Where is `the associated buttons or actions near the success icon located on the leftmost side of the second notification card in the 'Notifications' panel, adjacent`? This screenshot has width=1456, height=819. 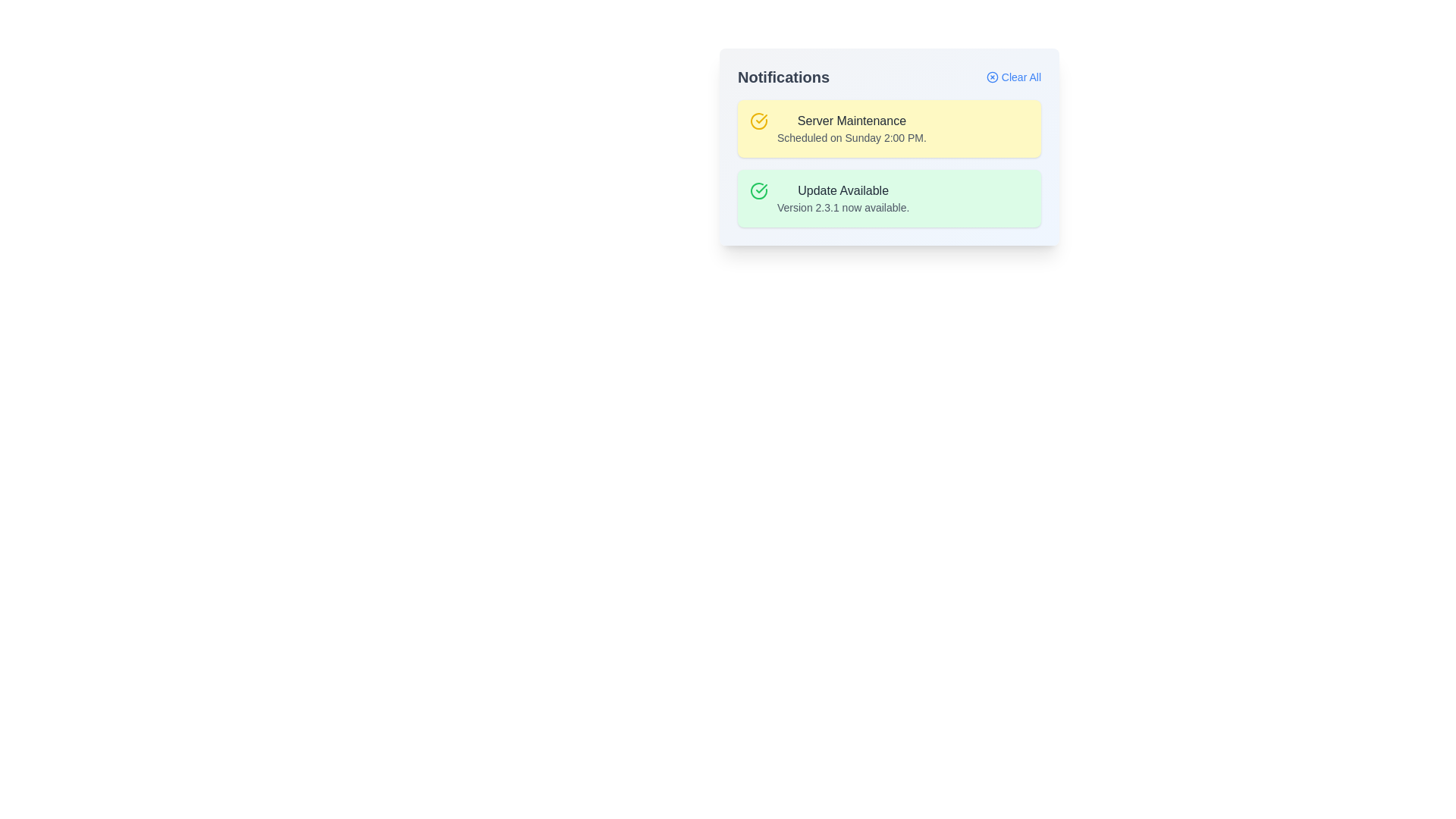
the associated buttons or actions near the success icon located on the leftmost side of the second notification card in the 'Notifications' panel, adjacent is located at coordinates (759, 190).